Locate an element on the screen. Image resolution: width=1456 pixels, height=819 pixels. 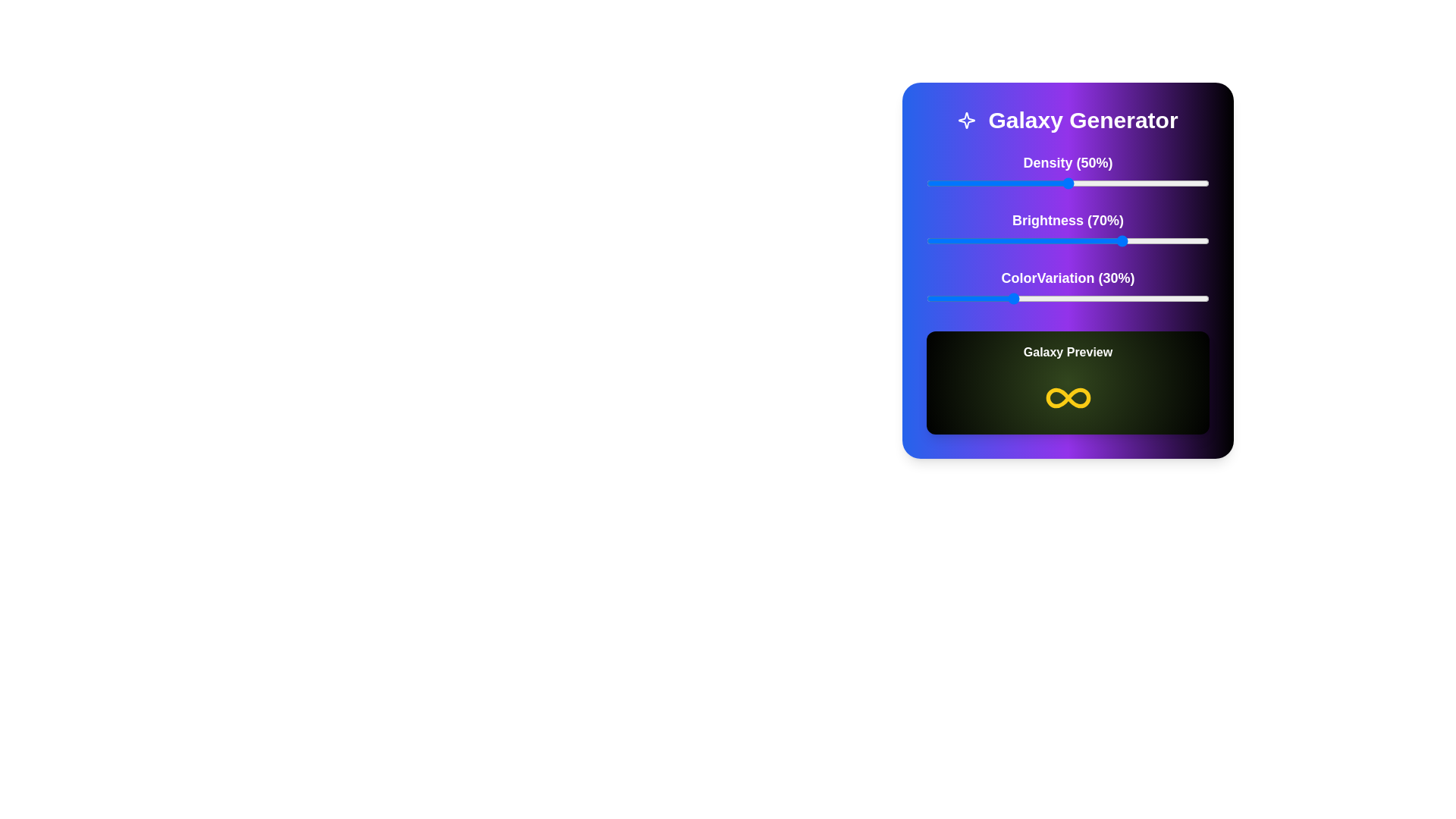
the 'Density' slider to 38% is located at coordinates (1033, 183).